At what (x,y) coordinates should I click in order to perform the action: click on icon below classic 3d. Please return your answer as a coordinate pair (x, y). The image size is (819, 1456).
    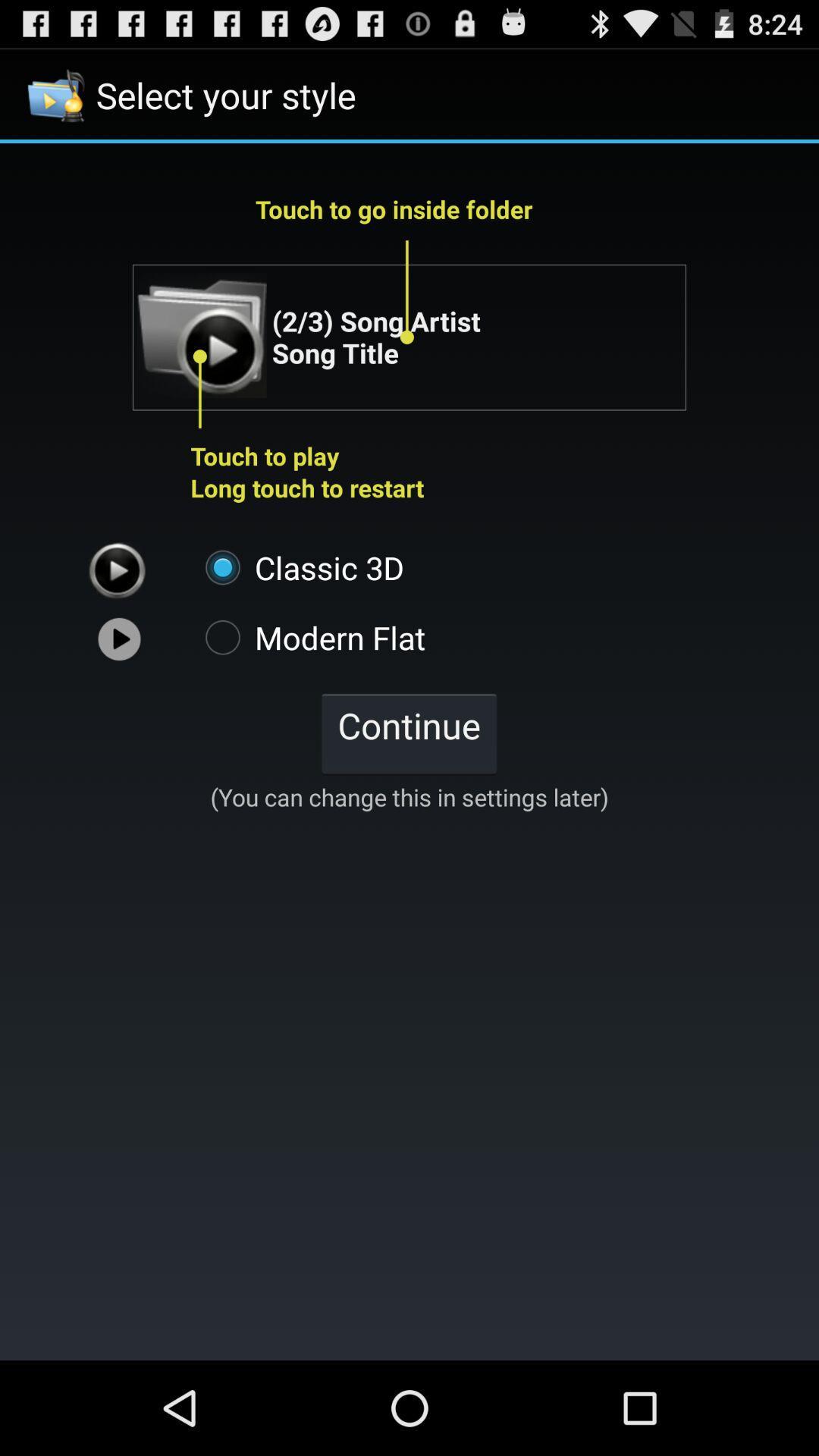
    Looking at the image, I should click on (307, 637).